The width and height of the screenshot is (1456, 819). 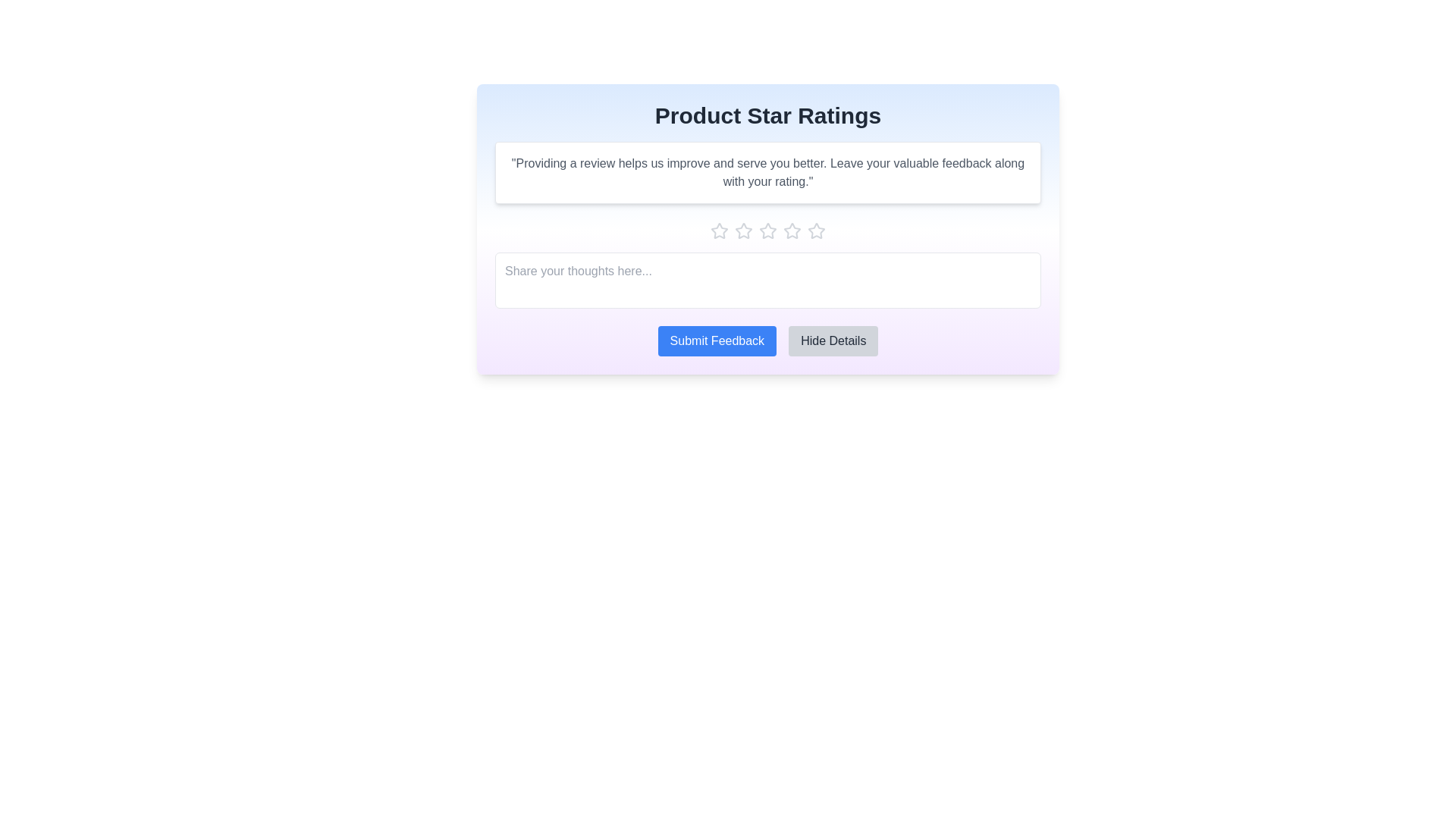 What do you see at coordinates (792, 231) in the screenshot?
I see `the star corresponding to 4 to set the rating` at bounding box center [792, 231].